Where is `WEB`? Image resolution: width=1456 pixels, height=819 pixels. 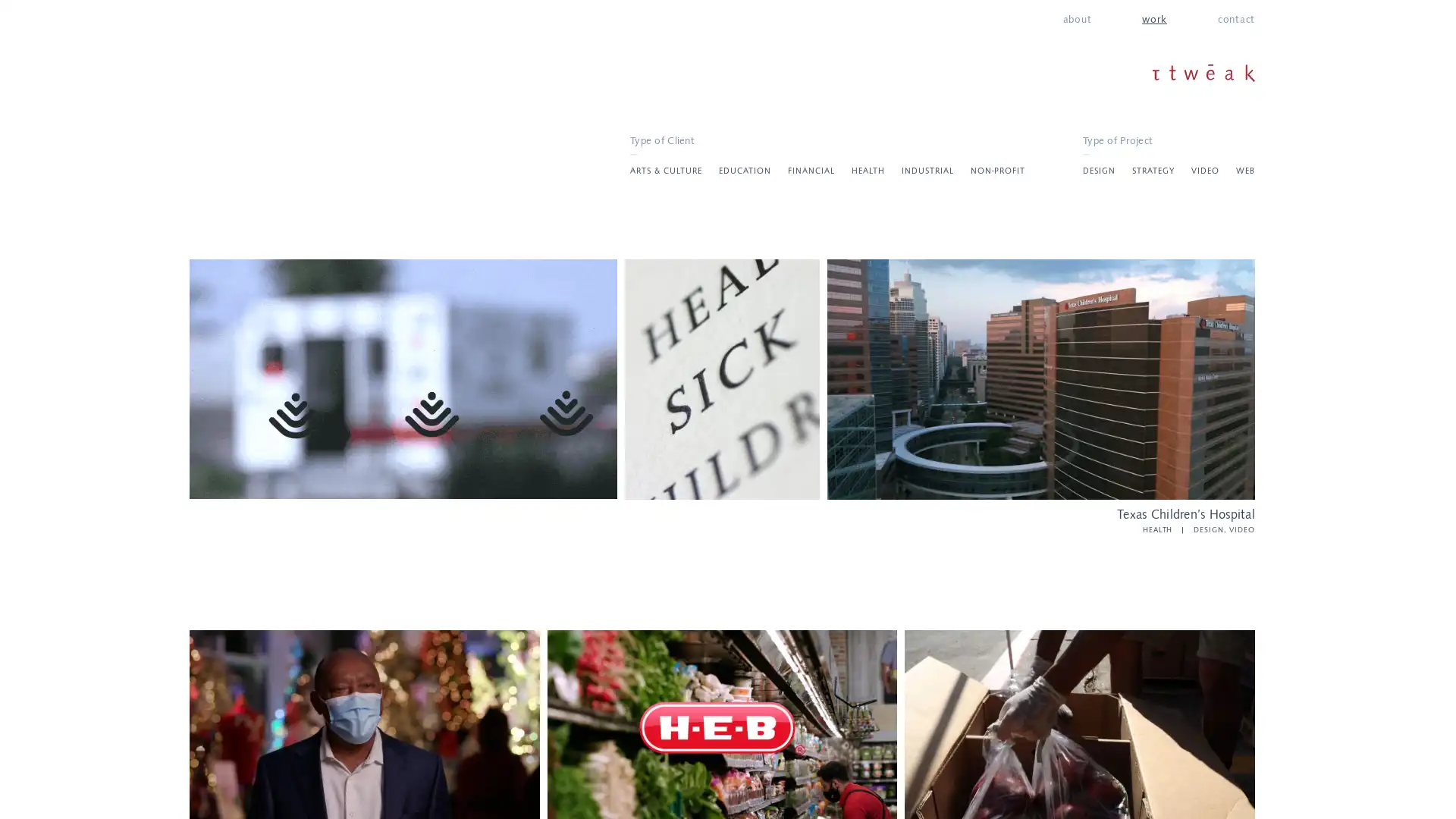 WEB is located at coordinates (1245, 171).